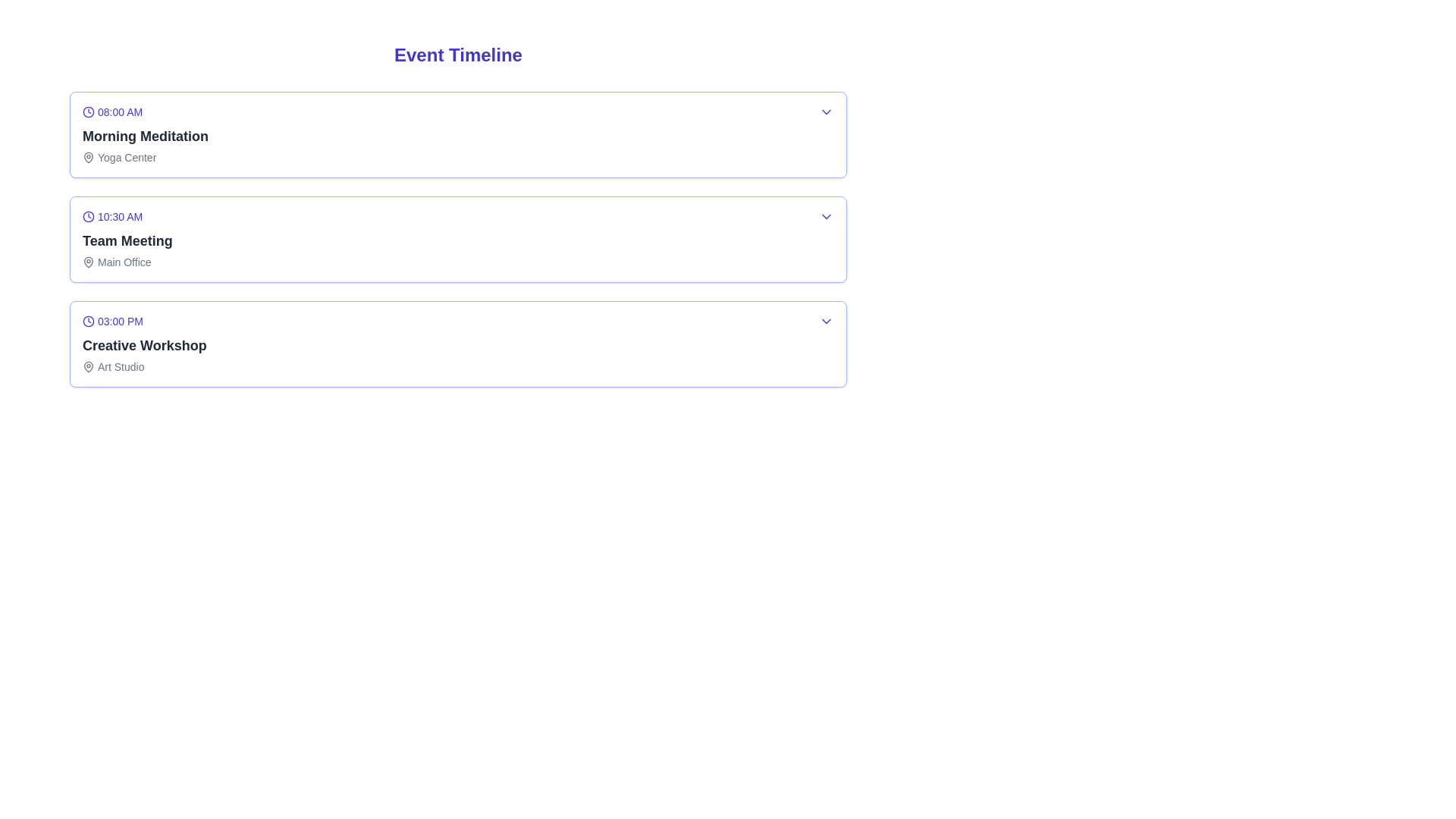  Describe the element at coordinates (87, 321) in the screenshot. I see `the clock icon representing the scheduled time for the event, positioned to the left of the text '03:00 PM' in the event timeline` at that location.